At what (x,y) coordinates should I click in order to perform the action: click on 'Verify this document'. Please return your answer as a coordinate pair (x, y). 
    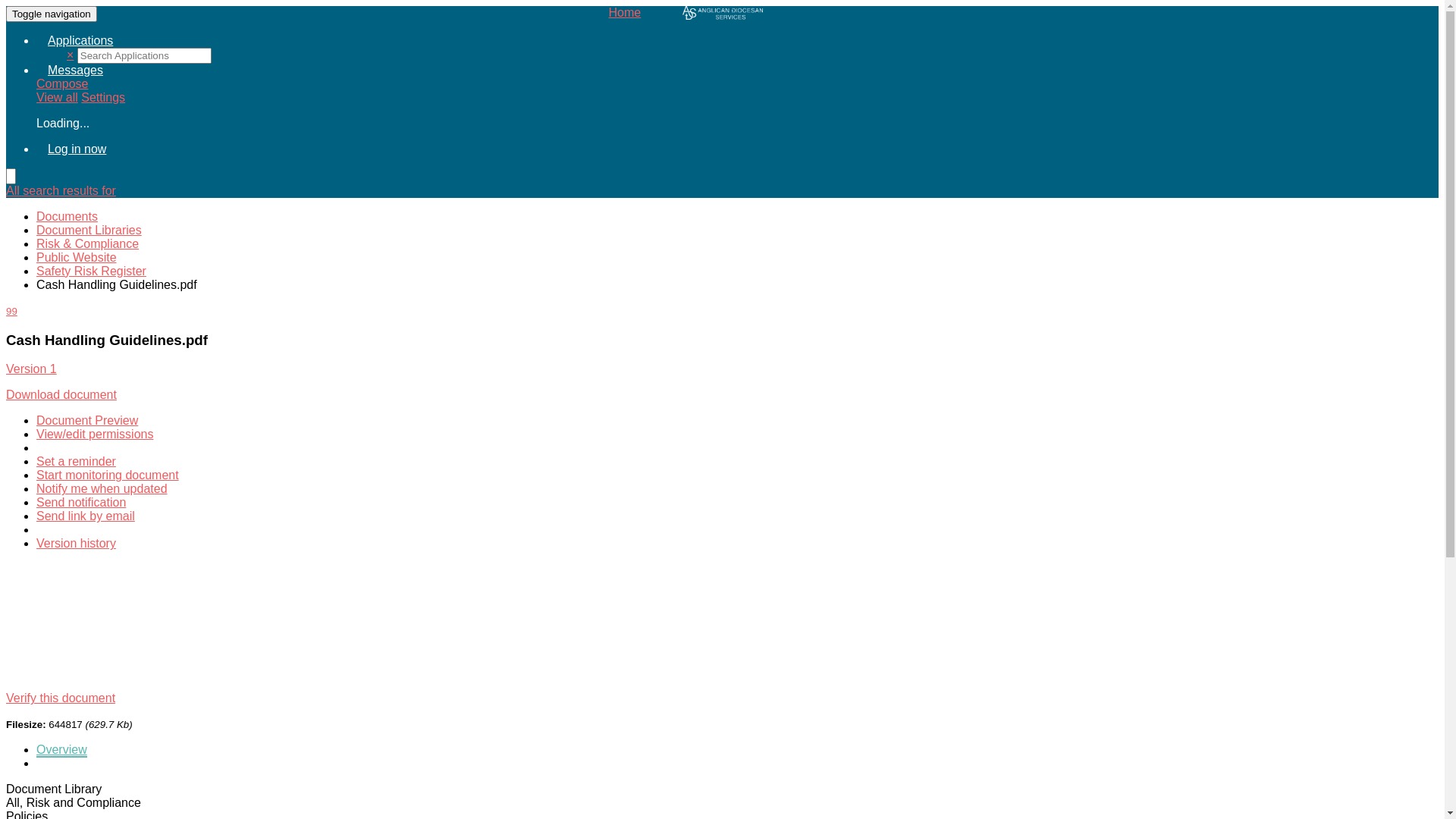
    Looking at the image, I should click on (61, 698).